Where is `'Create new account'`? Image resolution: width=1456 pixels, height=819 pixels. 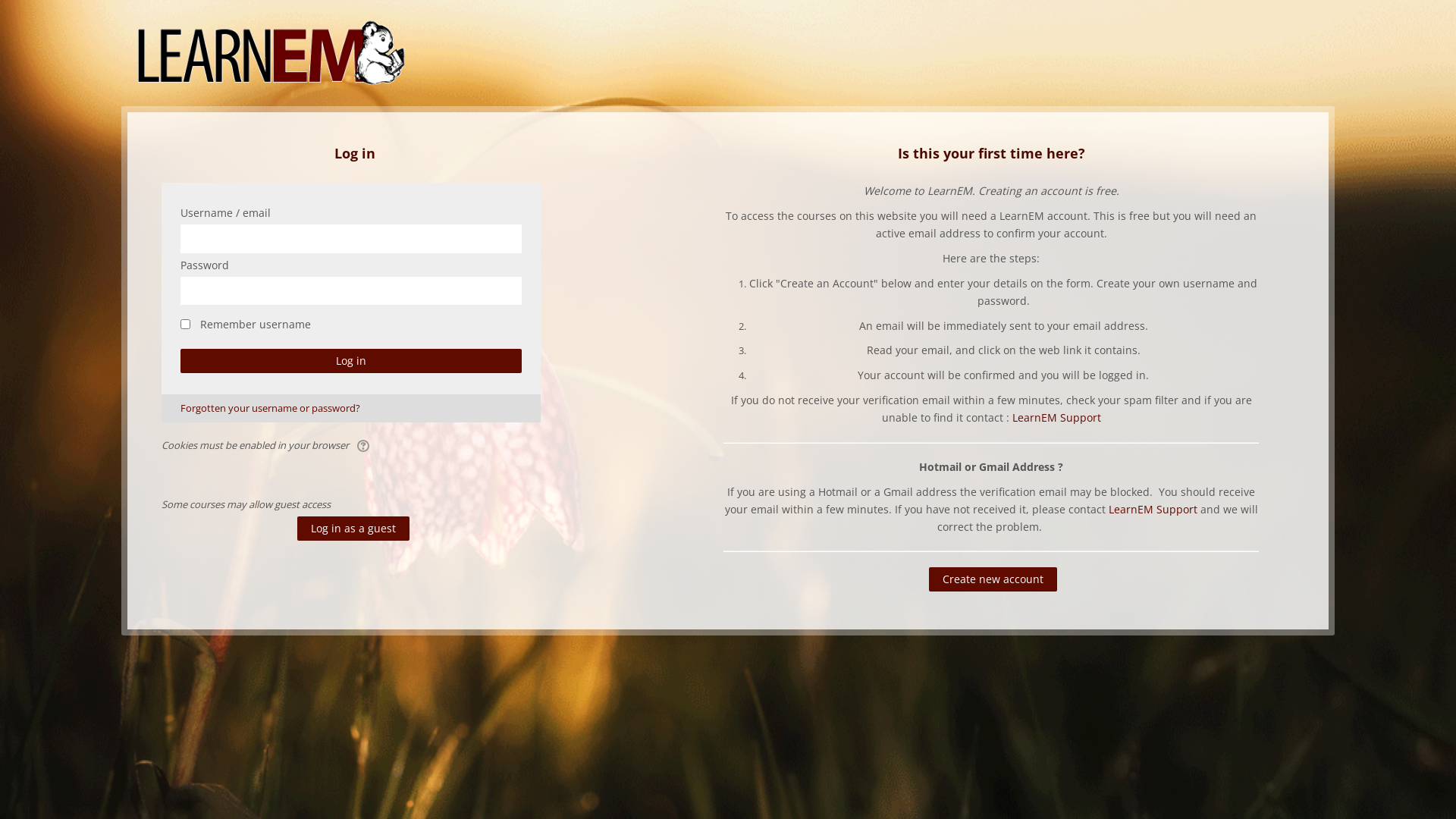 'Create new account' is located at coordinates (993, 579).